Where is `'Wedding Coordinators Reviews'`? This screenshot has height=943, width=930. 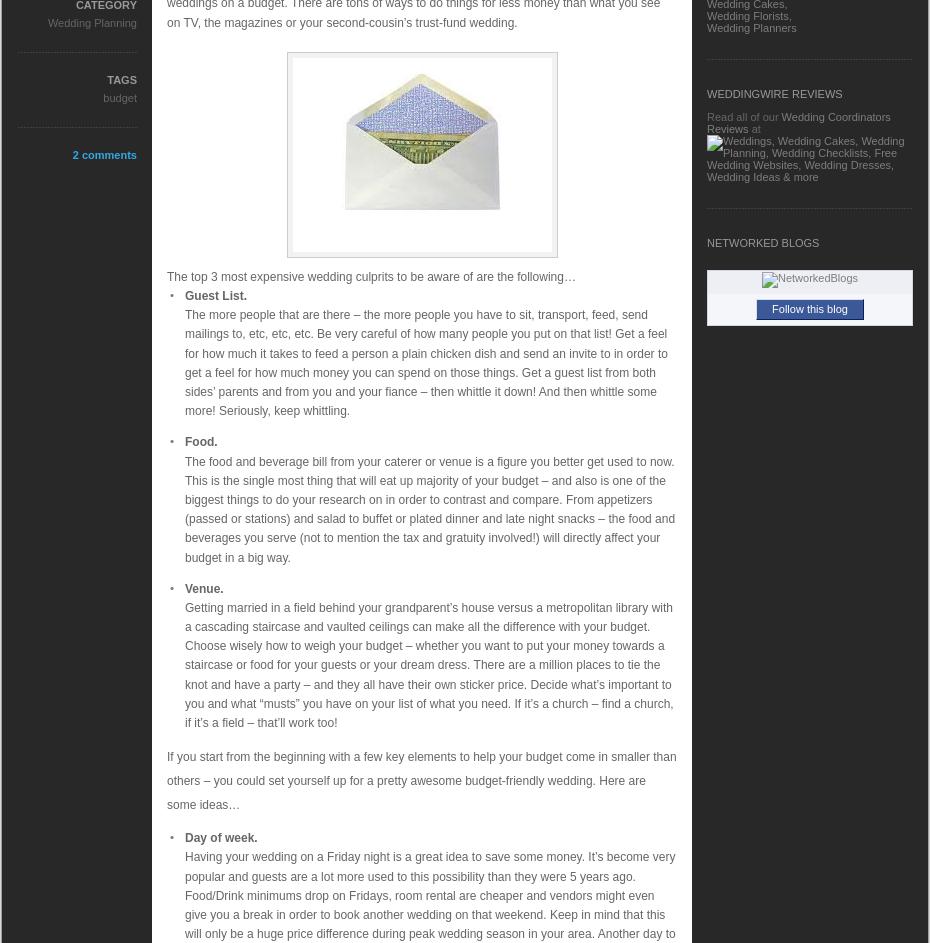 'Wedding Coordinators Reviews' is located at coordinates (706, 122).